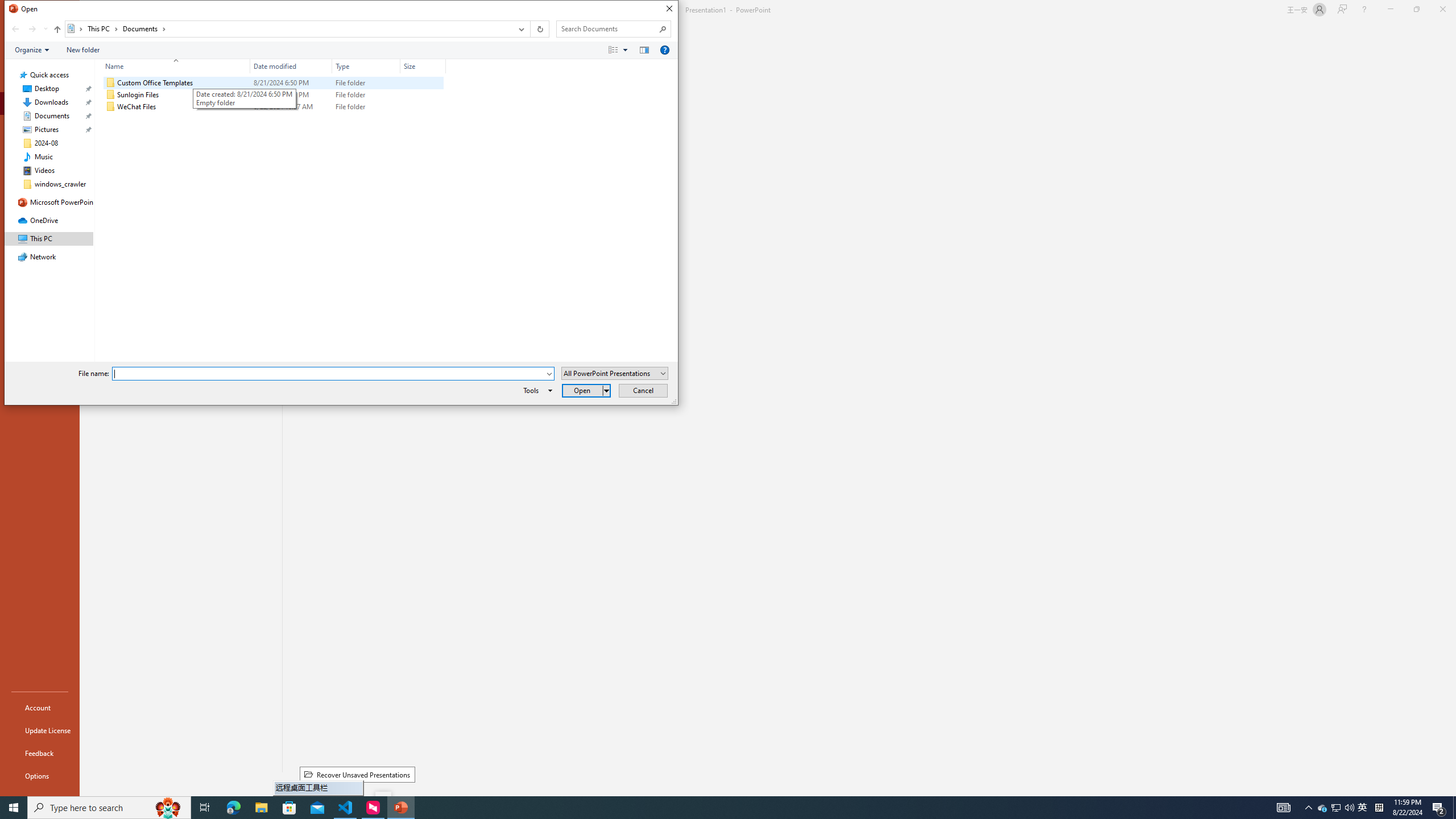  I want to click on 'Recent locations', so click(44, 28).